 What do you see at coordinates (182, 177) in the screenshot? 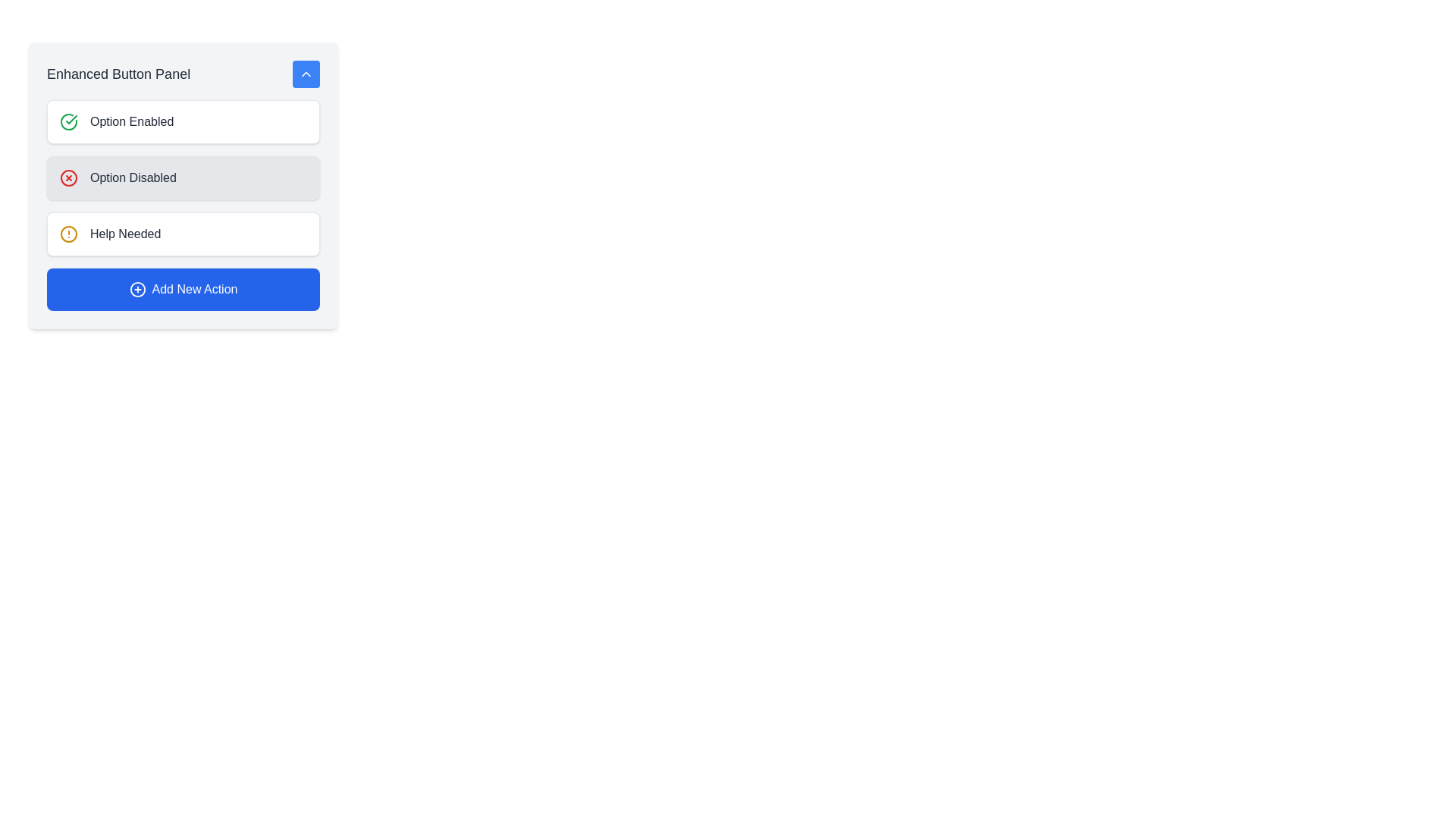
I see `the Information Display Section, which indicates a disabled option with a red icon and is located below the 'Option Enabled' section in the 'Enhanced Button Panel.'` at bounding box center [182, 177].